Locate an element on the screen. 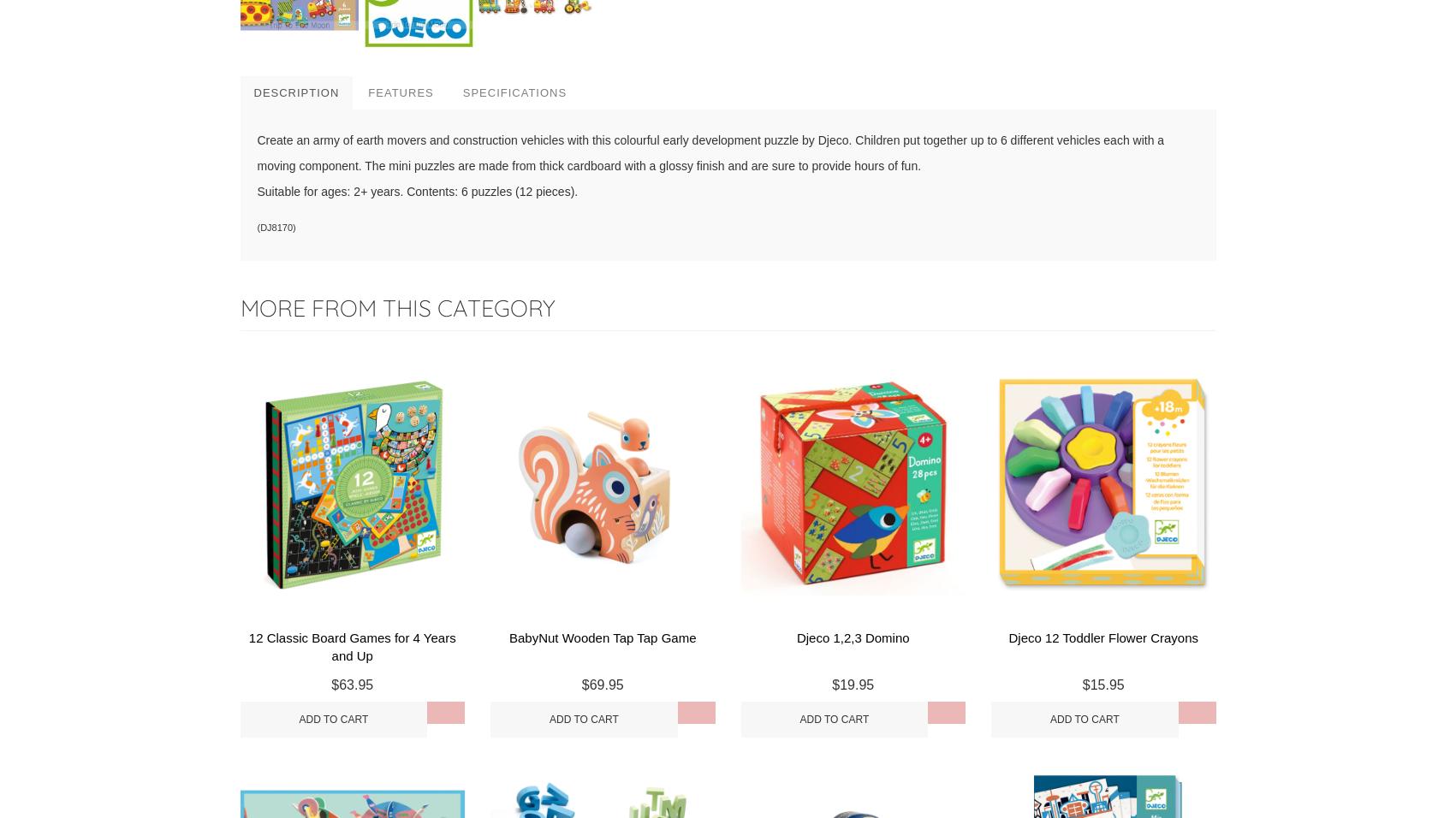 This screenshot has height=818, width=1456. 'DJ8170' is located at coordinates (259, 226).